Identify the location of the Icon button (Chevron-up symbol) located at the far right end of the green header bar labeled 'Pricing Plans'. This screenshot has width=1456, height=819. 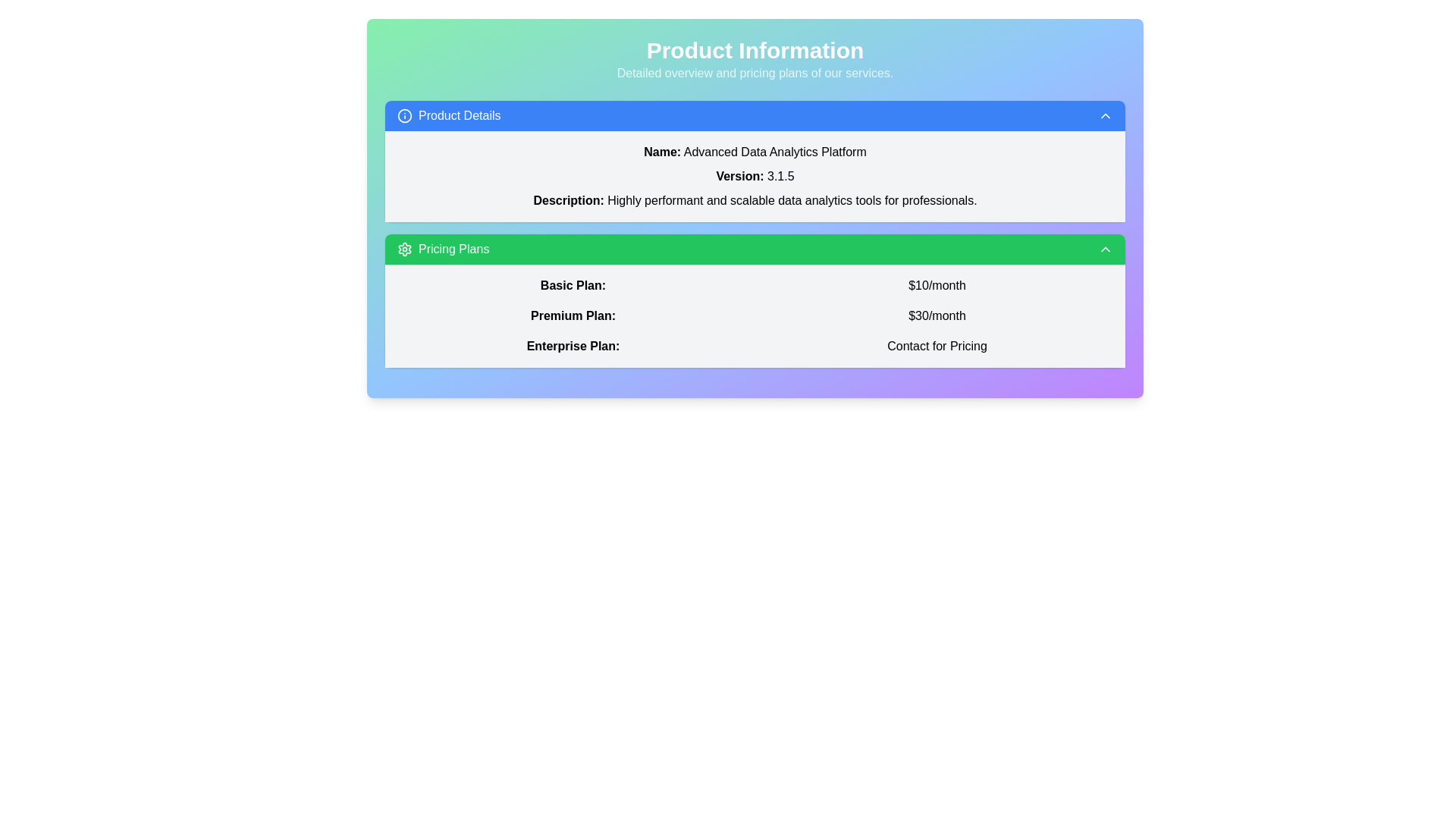
(1106, 248).